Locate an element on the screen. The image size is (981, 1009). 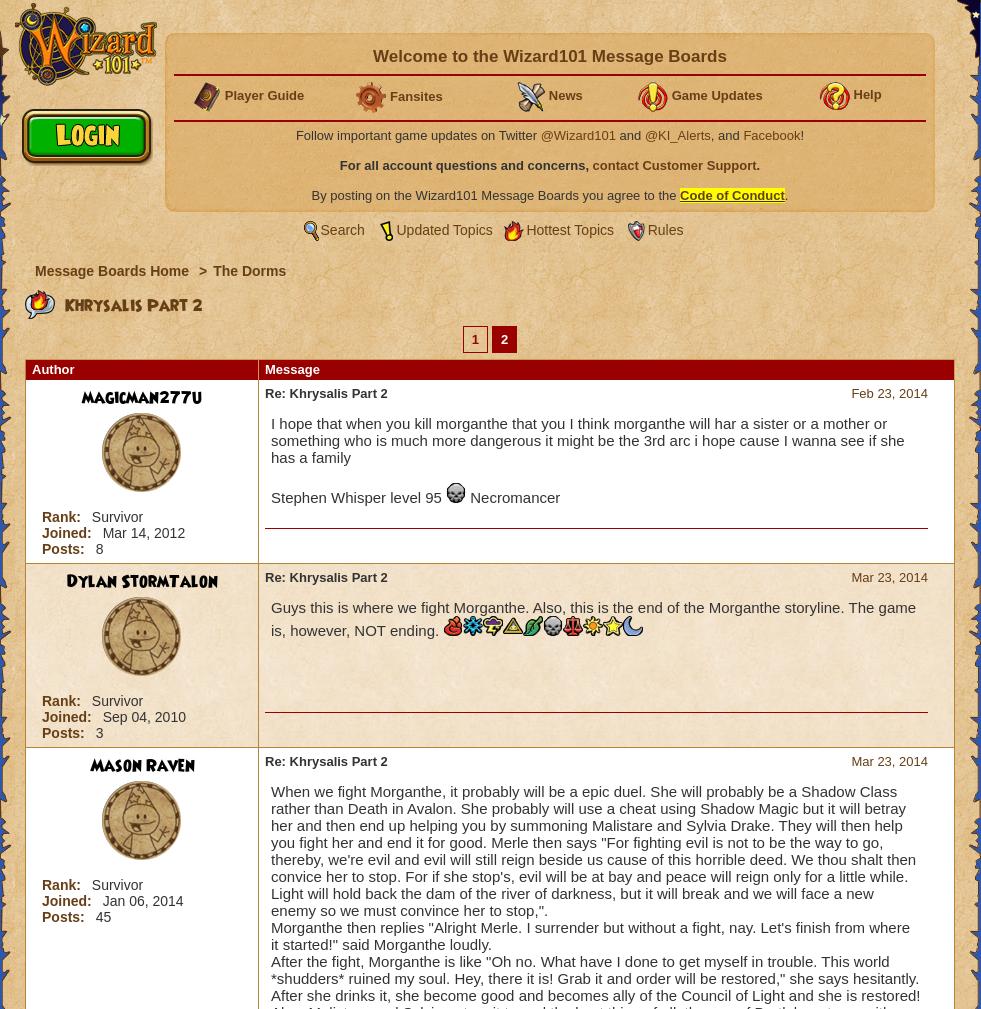
'Khrysalis Part 2' is located at coordinates (60, 305).